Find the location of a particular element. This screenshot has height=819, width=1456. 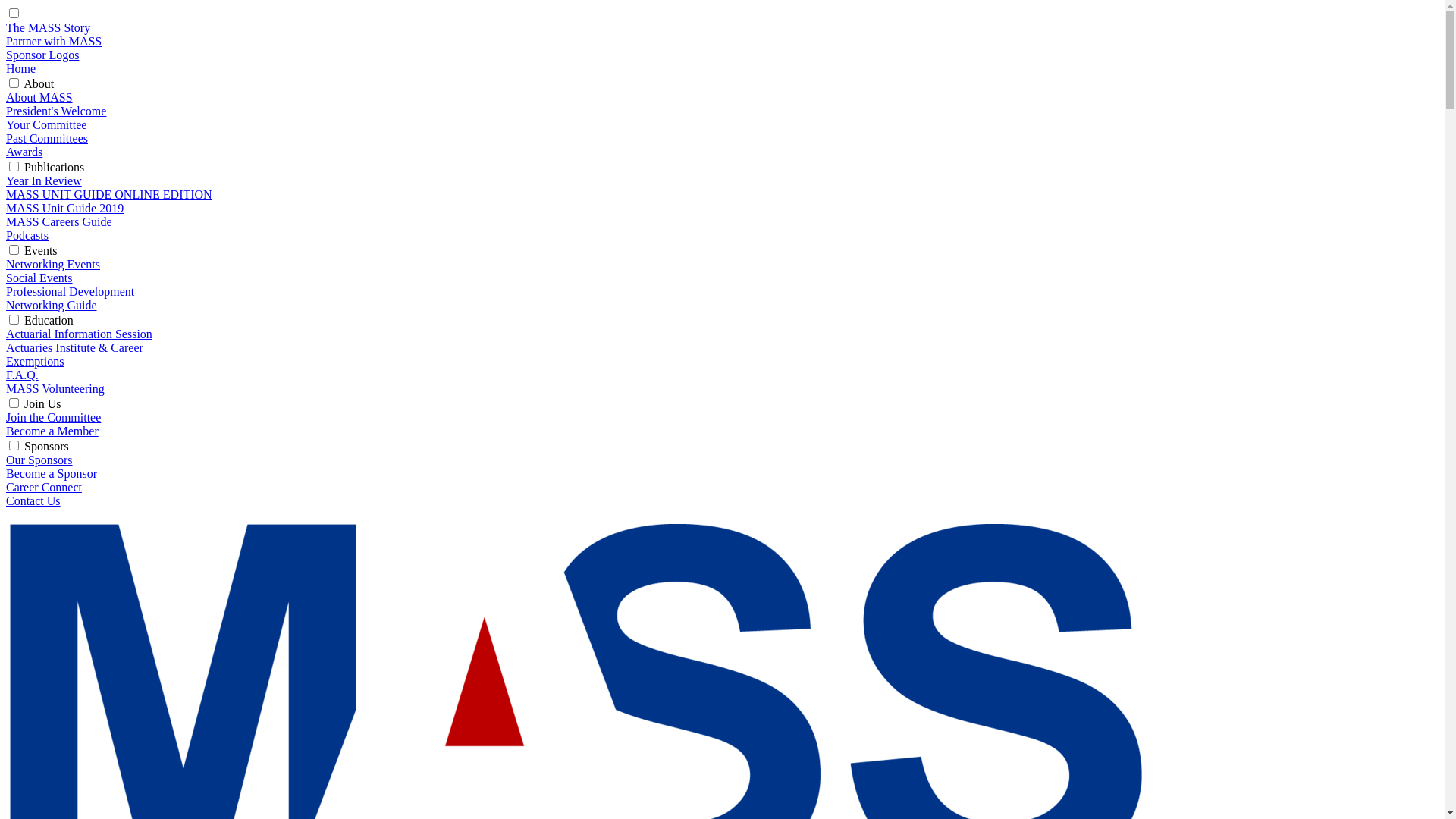

'Become a Sponsor' is located at coordinates (6, 472).